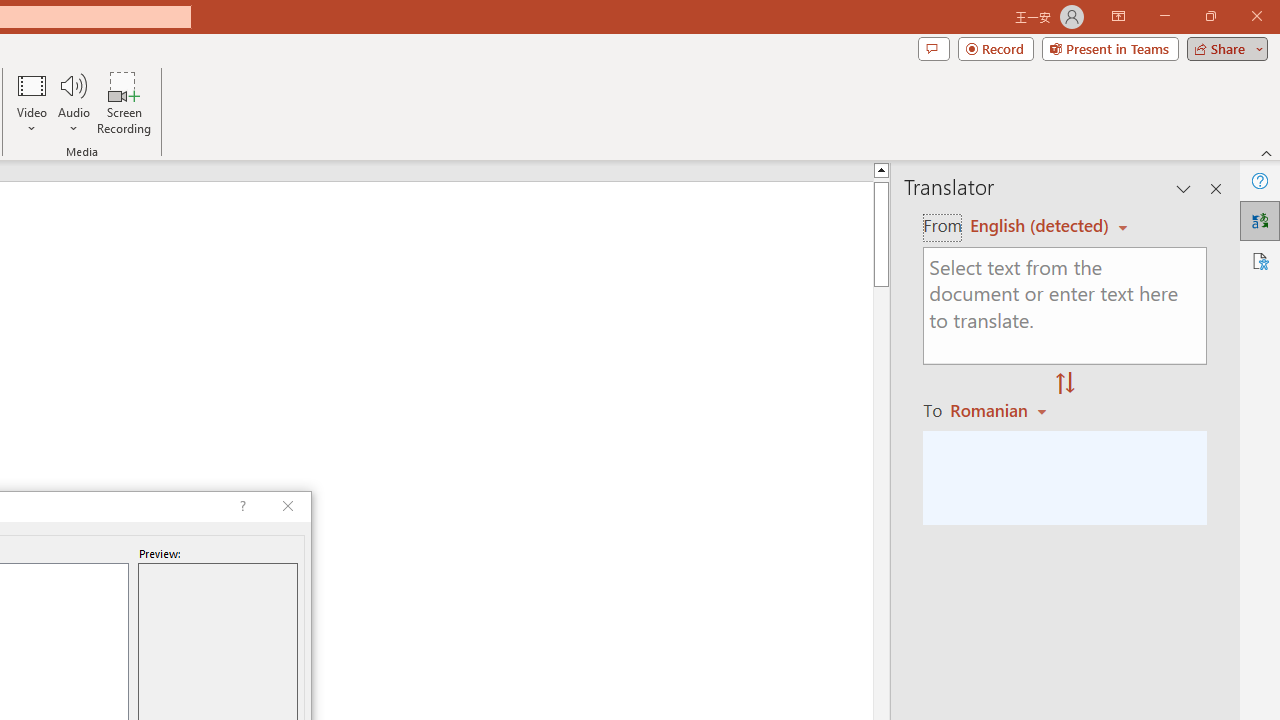 This screenshot has width=1280, height=720. Describe the element at coordinates (123, 103) in the screenshot. I see `'Screen Recording...'` at that location.